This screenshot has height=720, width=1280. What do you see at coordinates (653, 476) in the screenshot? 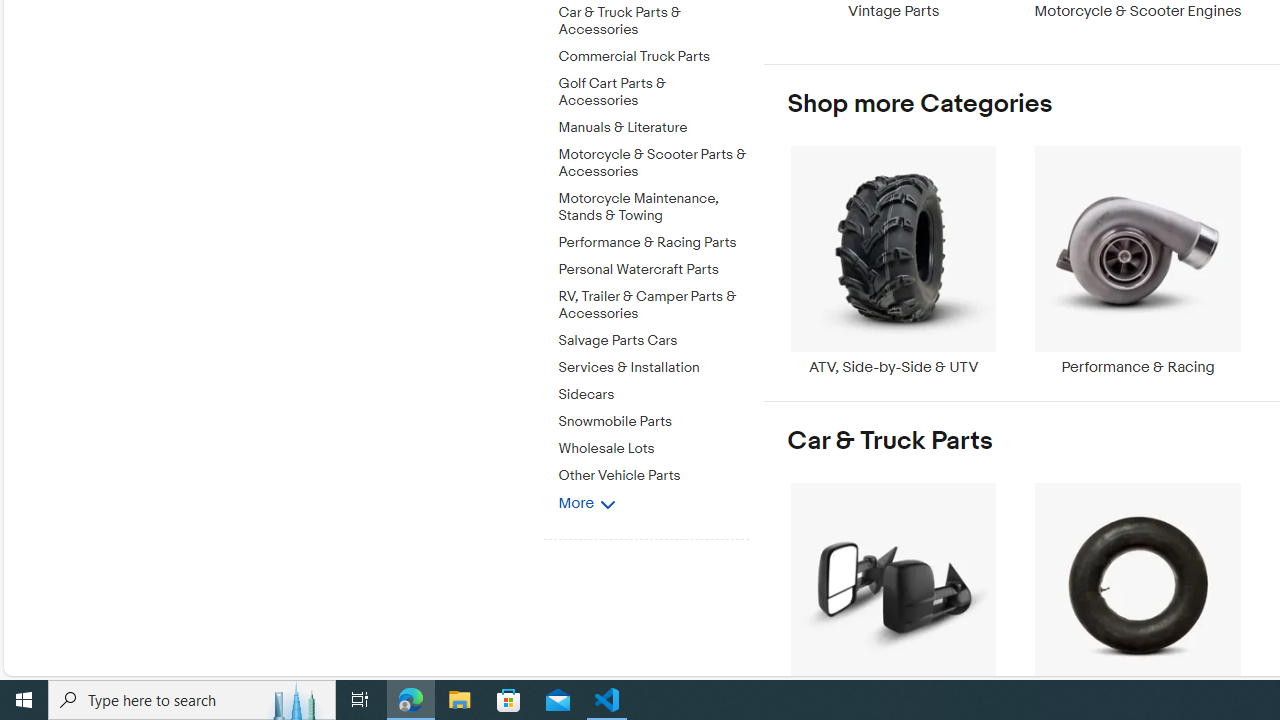
I see `'Other Vehicle Parts'` at bounding box center [653, 476].